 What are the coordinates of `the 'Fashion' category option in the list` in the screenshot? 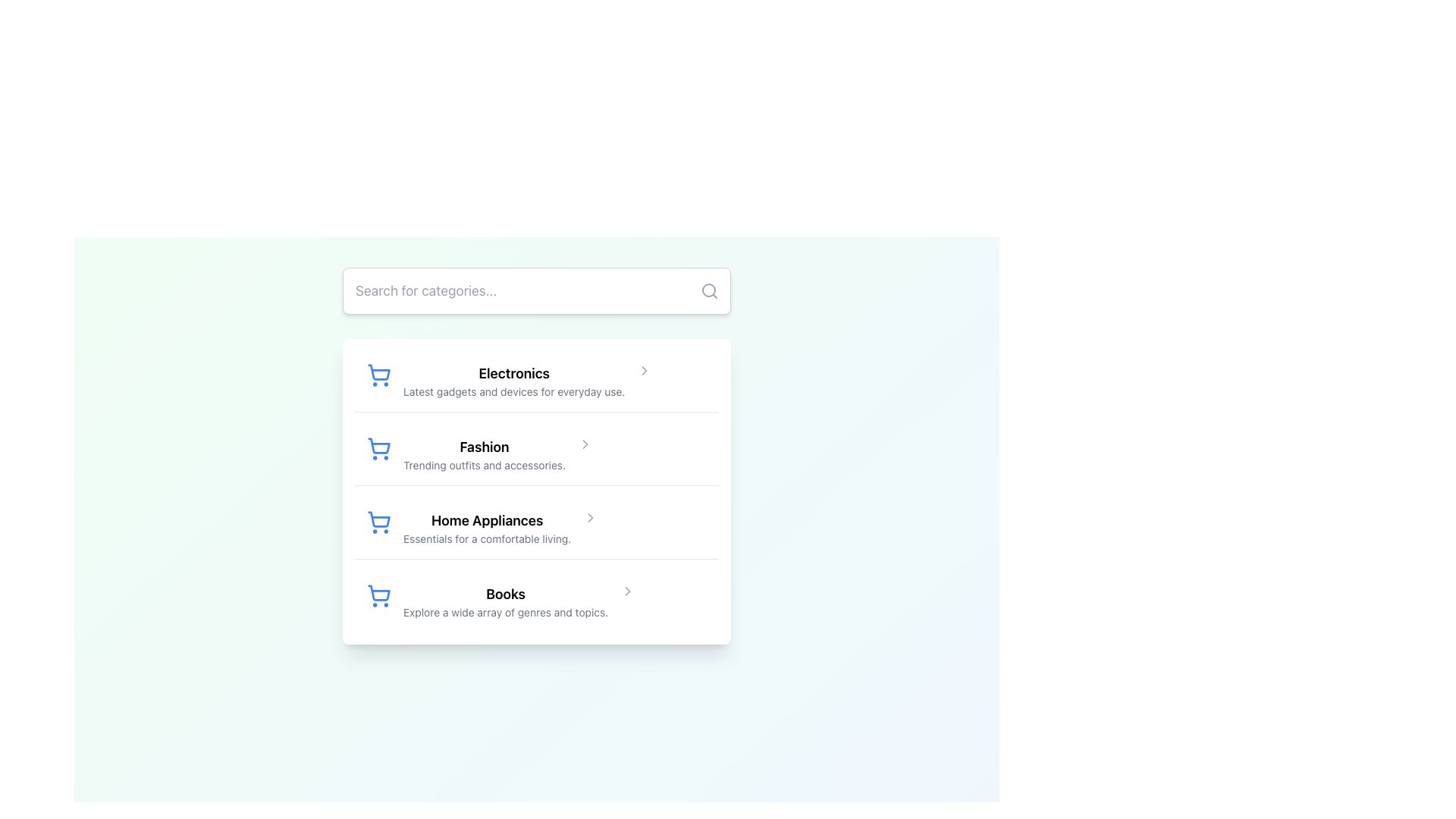 It's located at (537, 455).